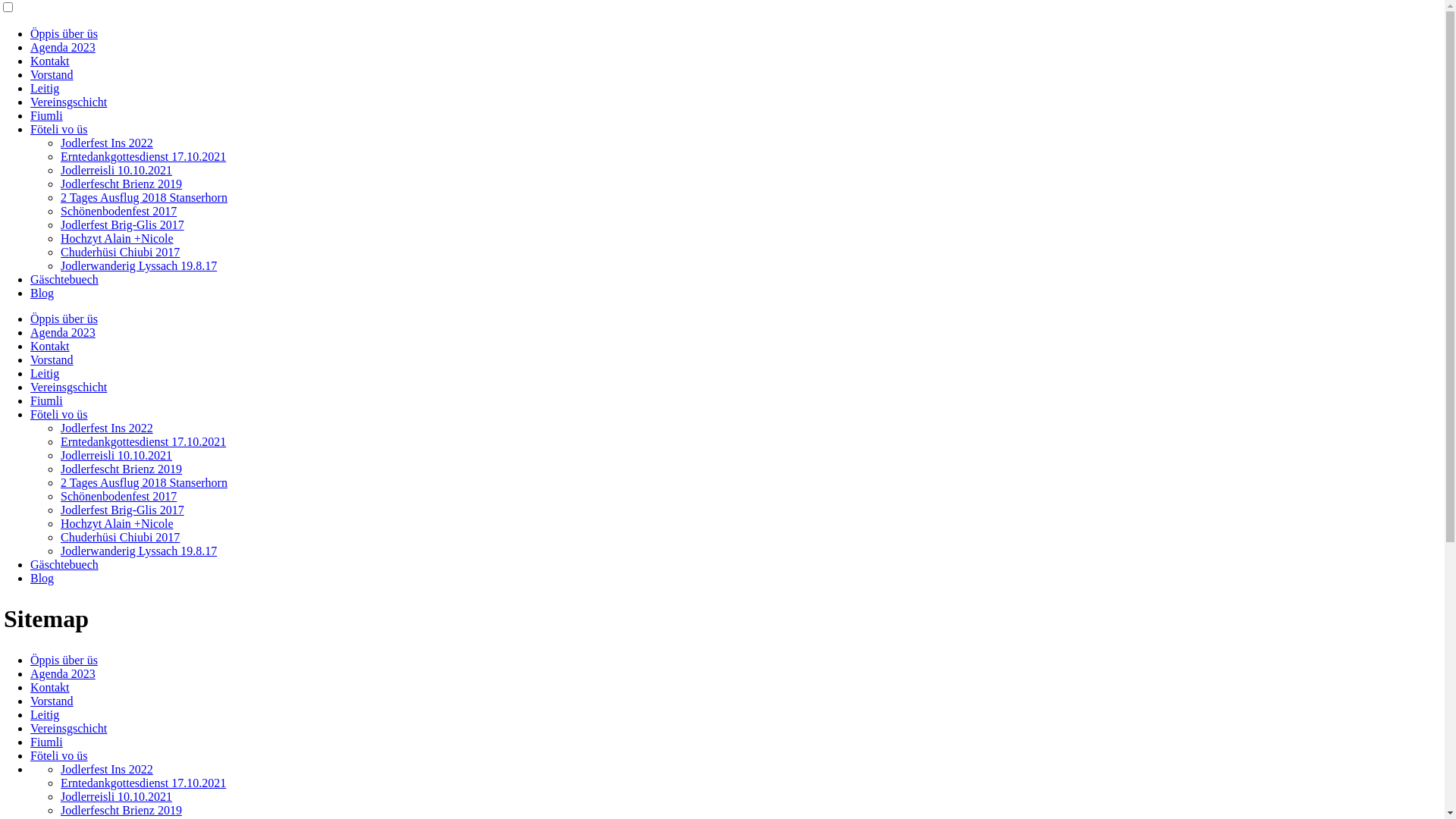  What do you see at coordinates (67, 102) in the screenshot?
I see `'Vereinsgschicht'` at bounding box center [67, 102].